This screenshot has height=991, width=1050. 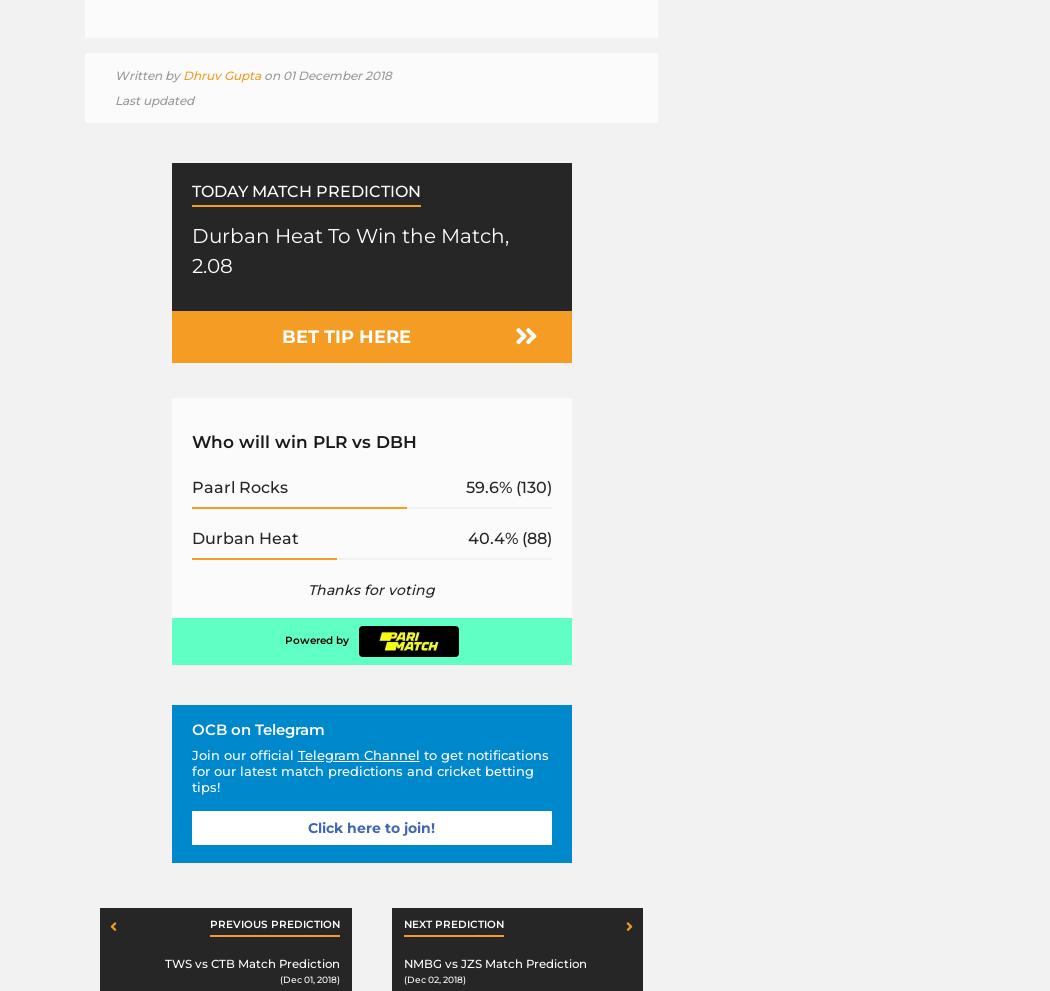 What do you see at coordinates (465, 485) in the screenshot?
I see `'59.6% (130)'` at bounding box center [465, 485].